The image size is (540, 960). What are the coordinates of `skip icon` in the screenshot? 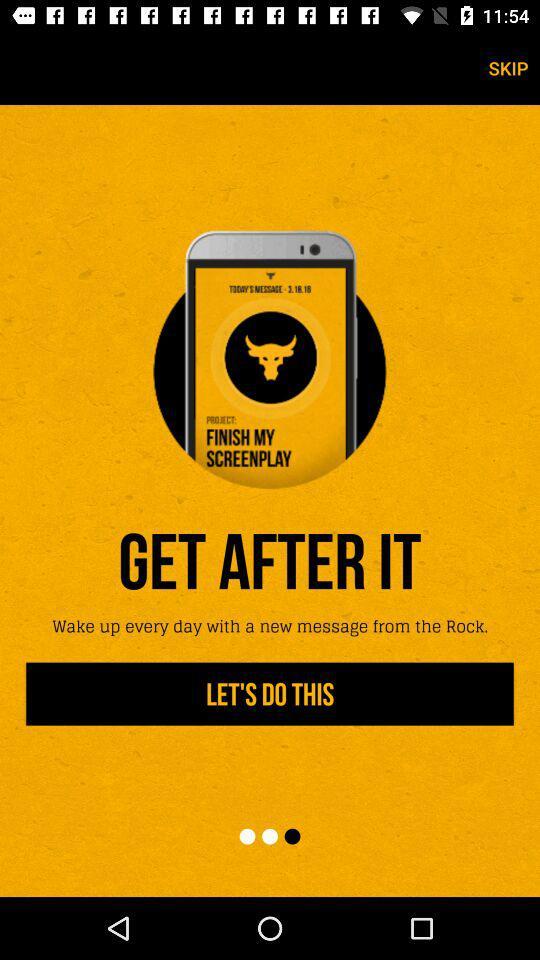 It's located at (508, 68).